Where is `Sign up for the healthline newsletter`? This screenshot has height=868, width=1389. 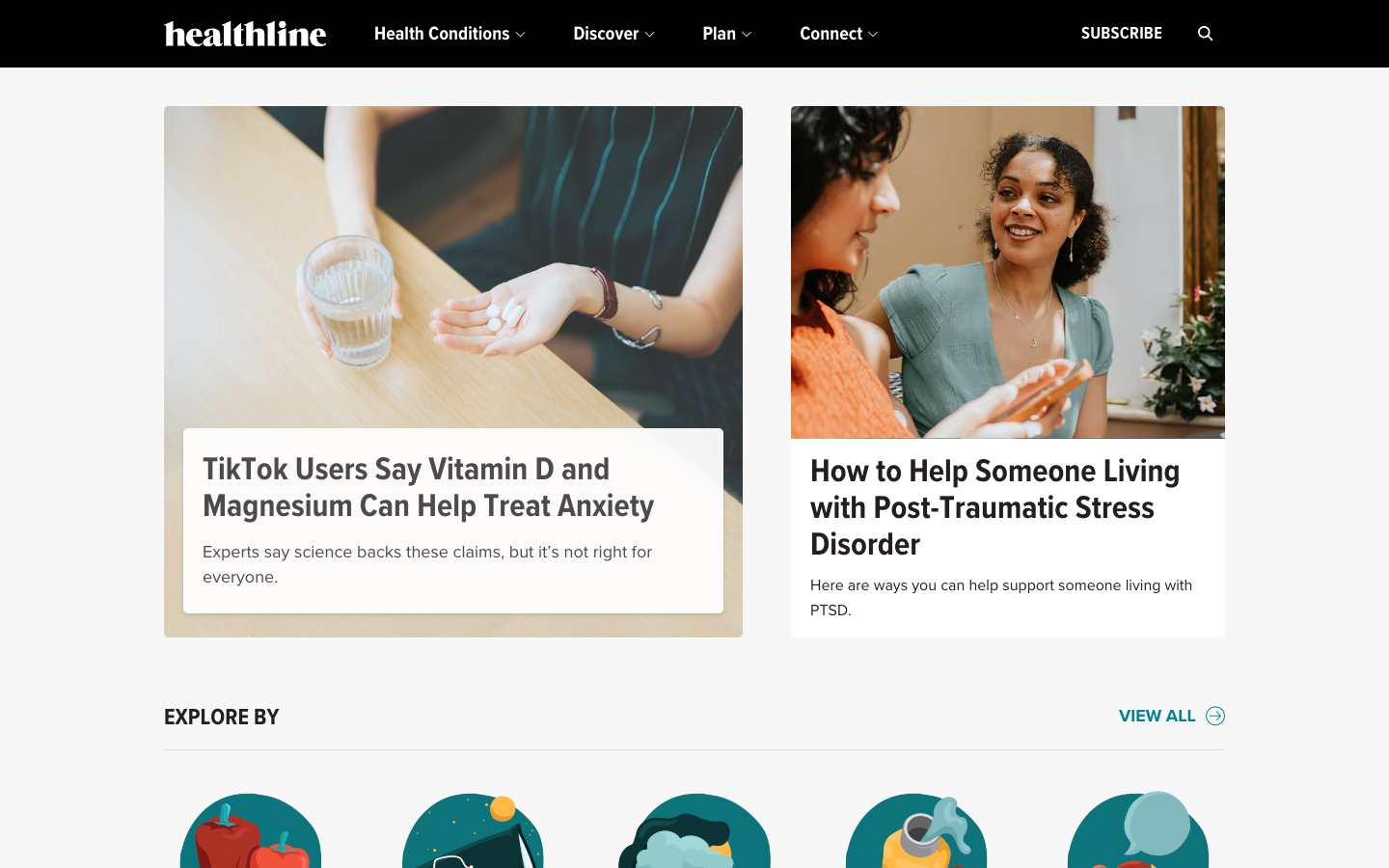 Sign up for the healthline newsletter is located at coordinates (1121, 33).